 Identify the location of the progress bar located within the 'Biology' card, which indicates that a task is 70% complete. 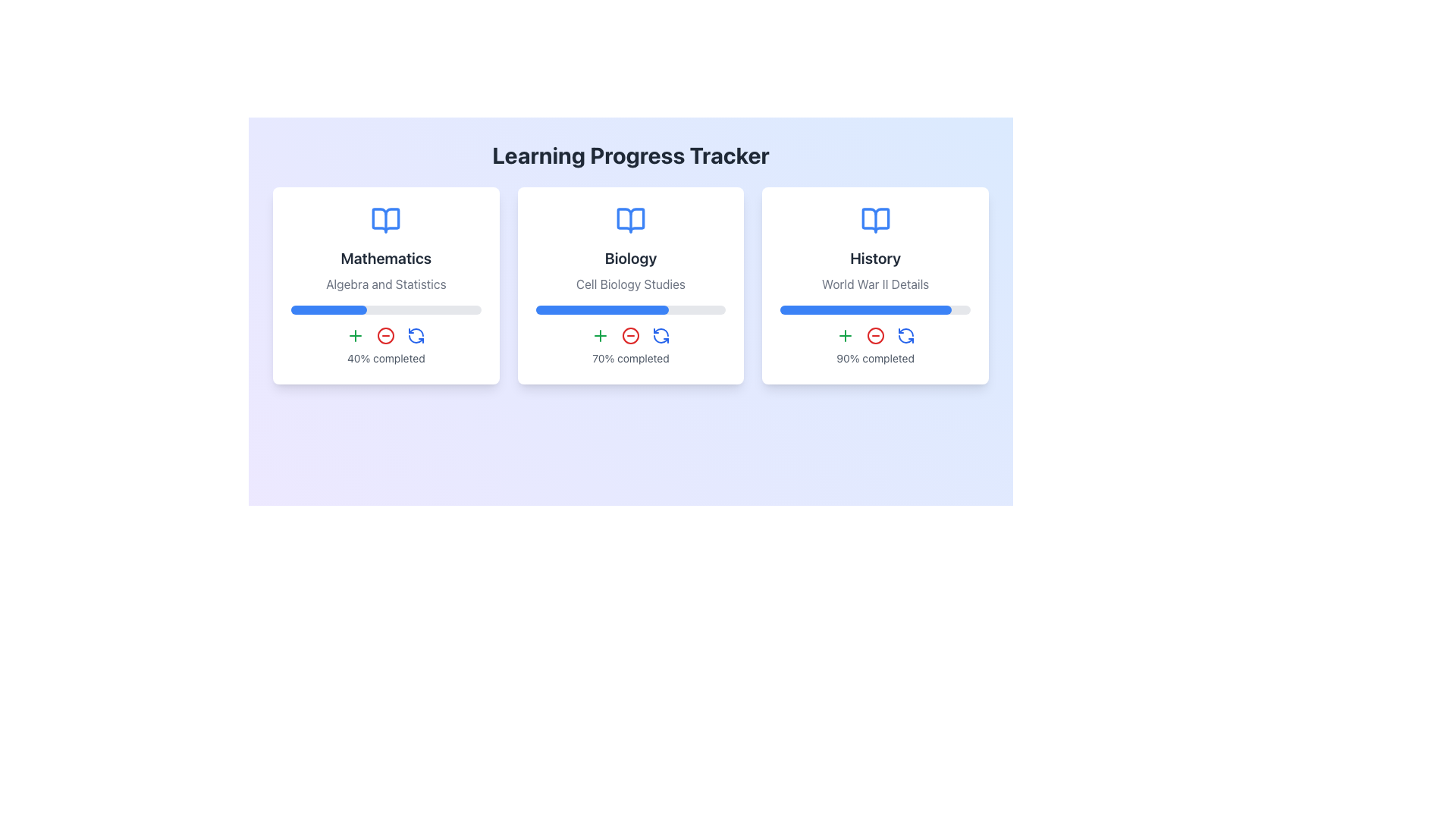
(630, 309).